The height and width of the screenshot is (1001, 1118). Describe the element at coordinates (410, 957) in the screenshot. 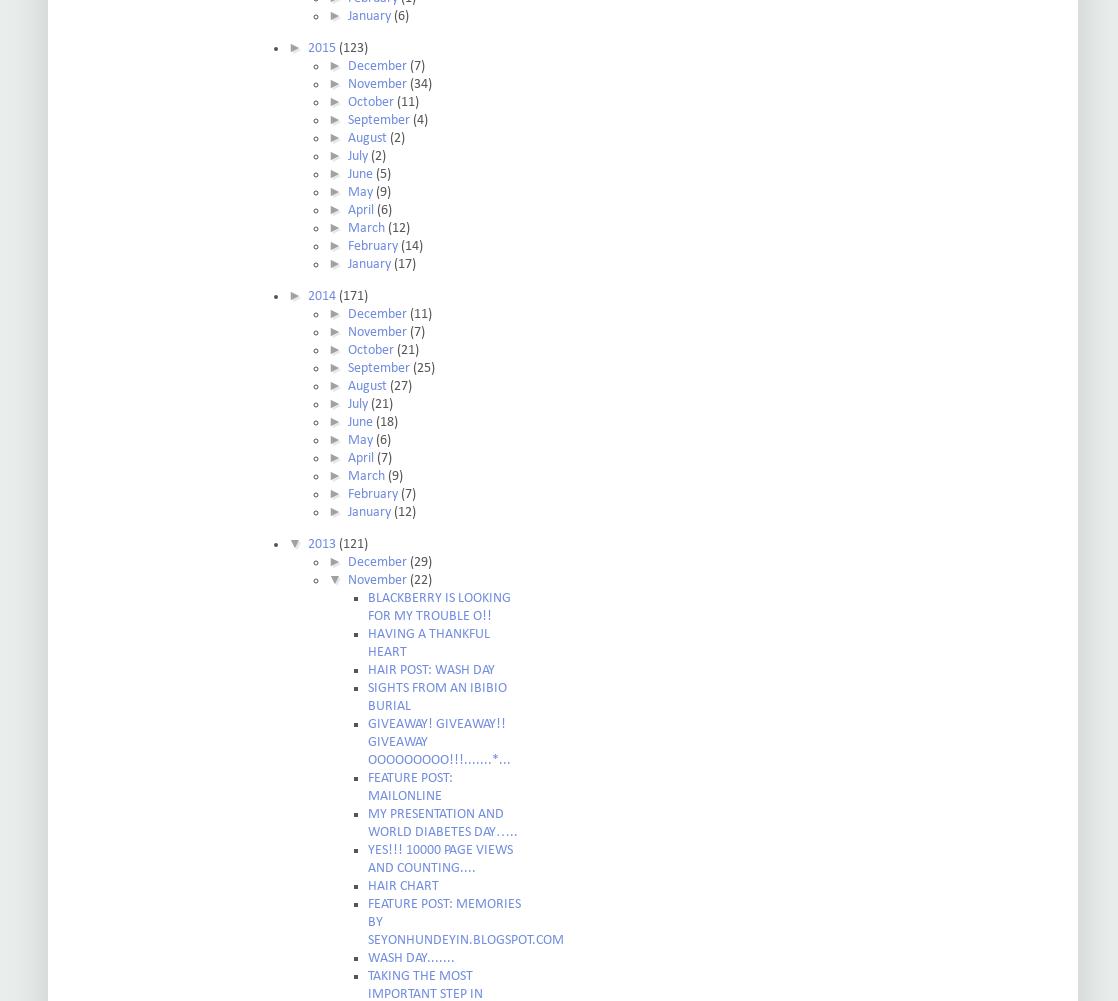

I see `'WASH DAY.......'` at that location.